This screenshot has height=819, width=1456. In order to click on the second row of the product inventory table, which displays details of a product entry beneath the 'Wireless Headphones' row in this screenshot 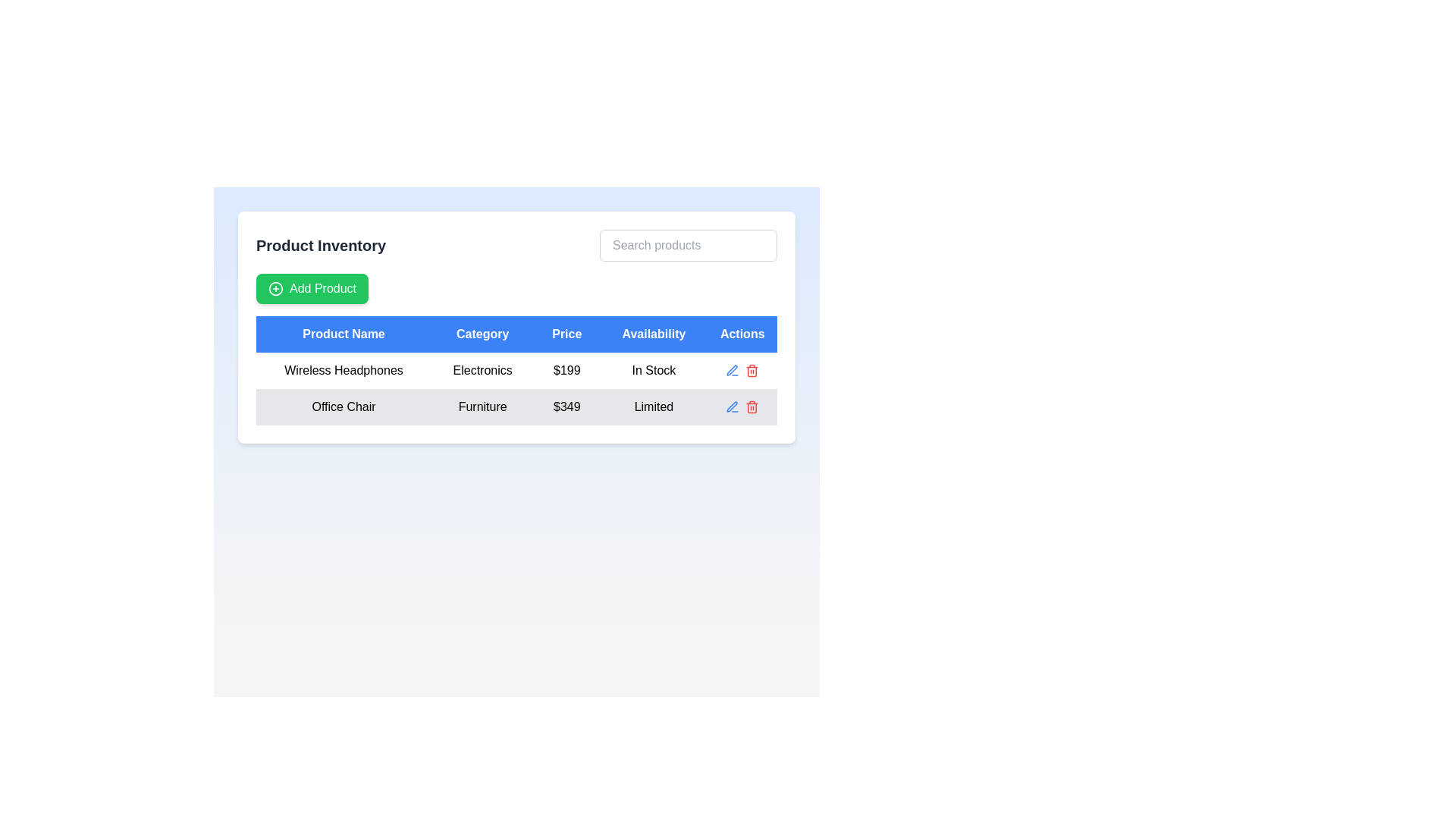, I will do `click(516, 406)`.